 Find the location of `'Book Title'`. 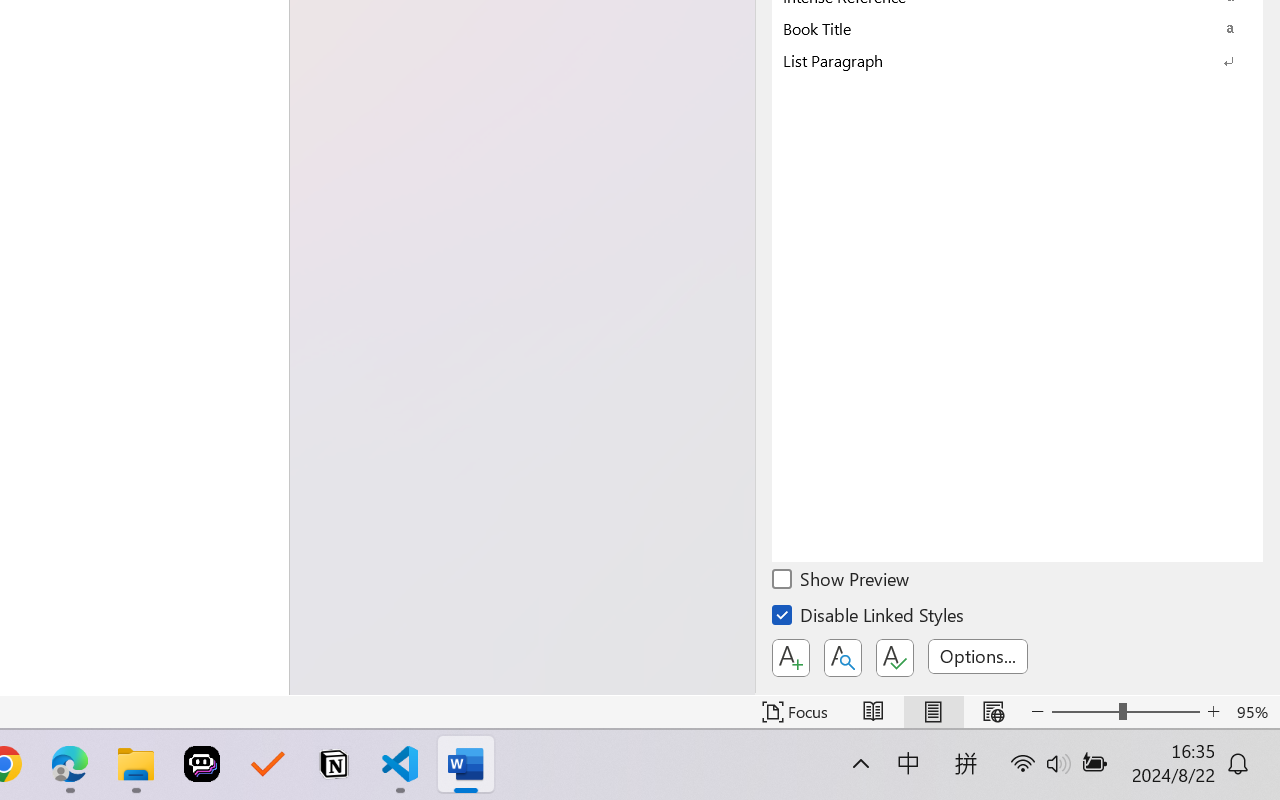

'Book Title' is located at coordinates (1017, 28).